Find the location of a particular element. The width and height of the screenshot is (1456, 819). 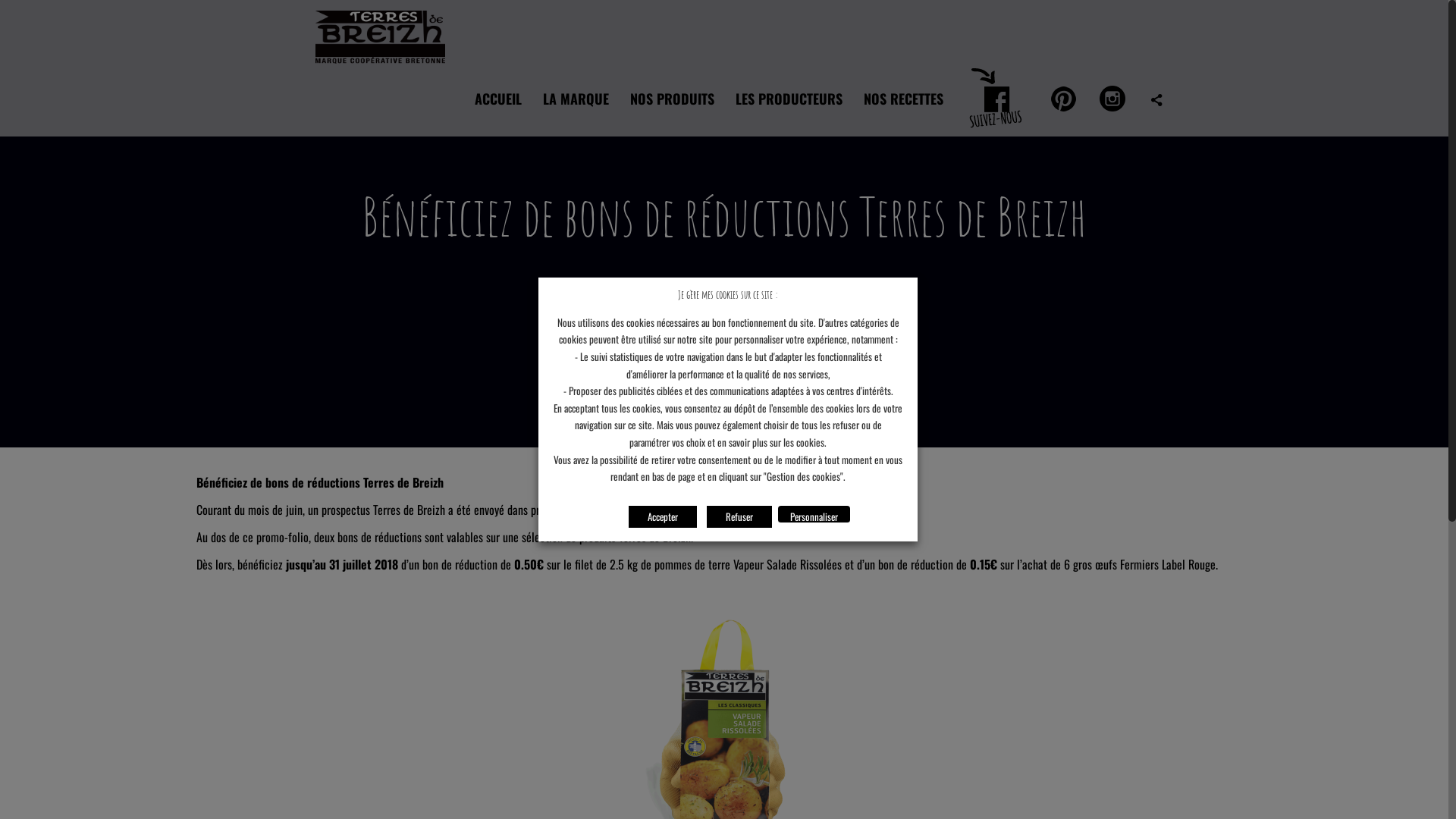

'NOS RECETTES' is located at coordinates (903, 99).